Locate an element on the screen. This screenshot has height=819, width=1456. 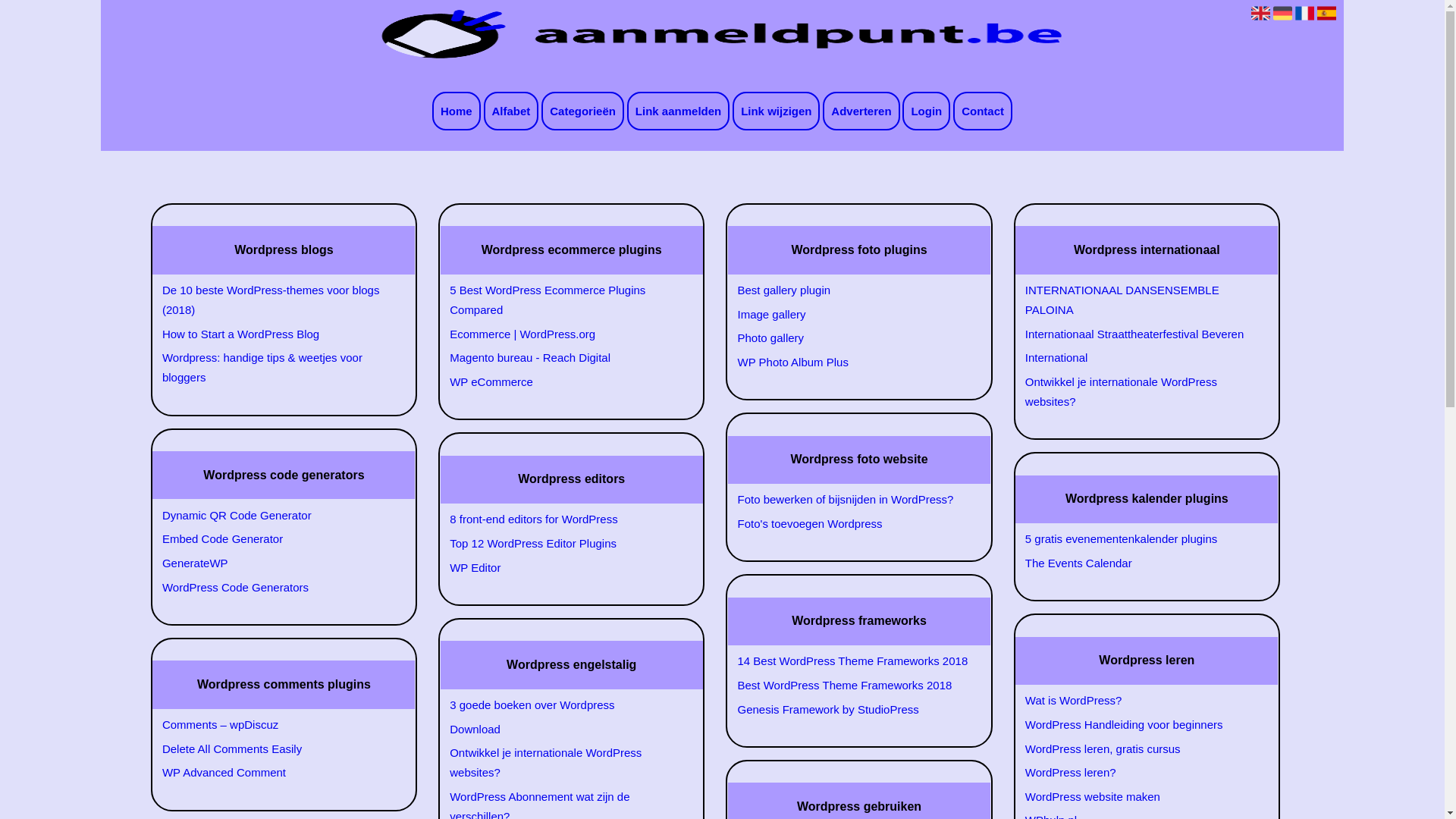
'Magento bureau - Reach Digital' is located at coordinates (562, 357).